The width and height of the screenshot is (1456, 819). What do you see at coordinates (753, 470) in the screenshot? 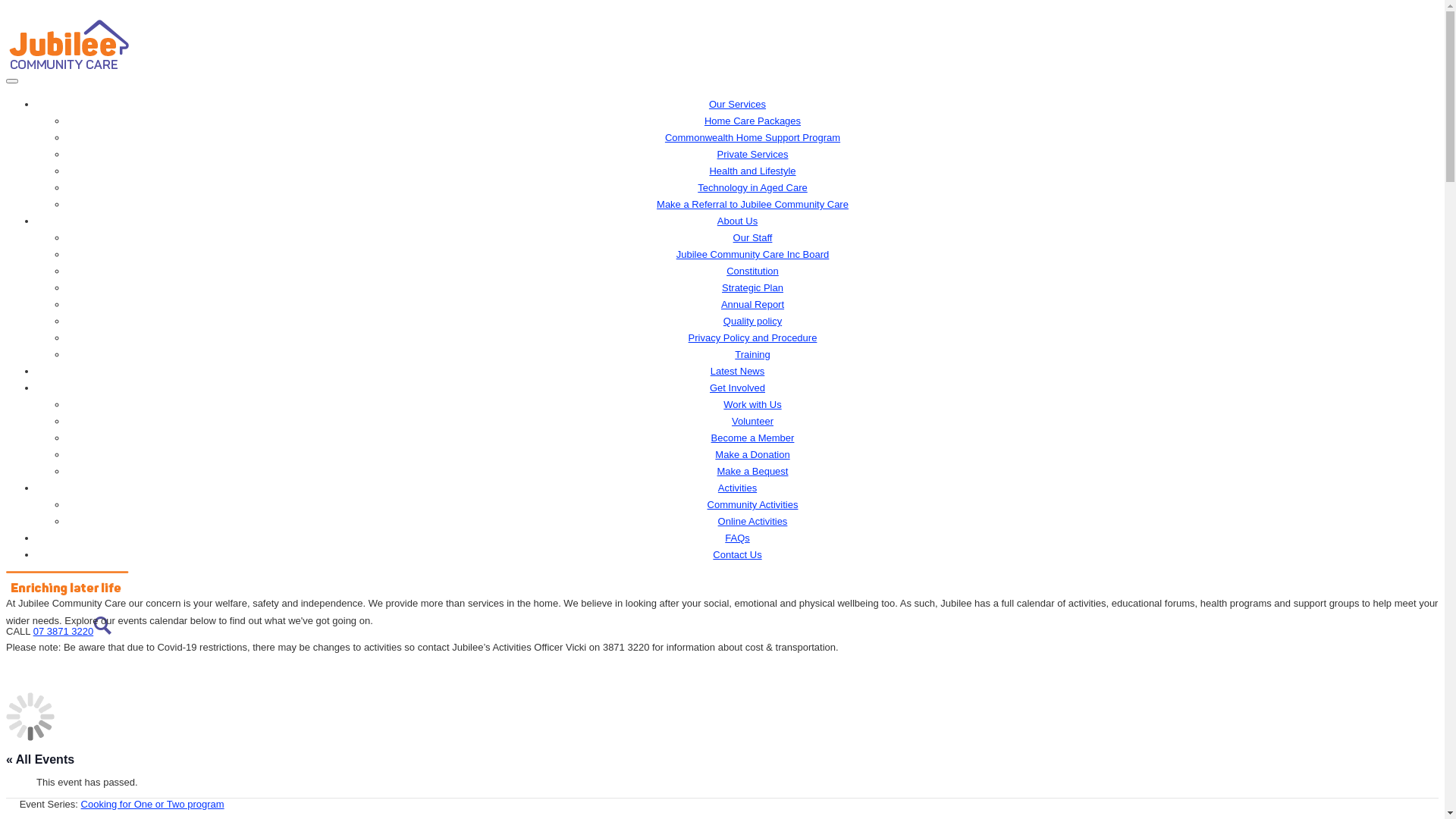
I see `'Make a Bequest'` at bounding box center [753, 470].